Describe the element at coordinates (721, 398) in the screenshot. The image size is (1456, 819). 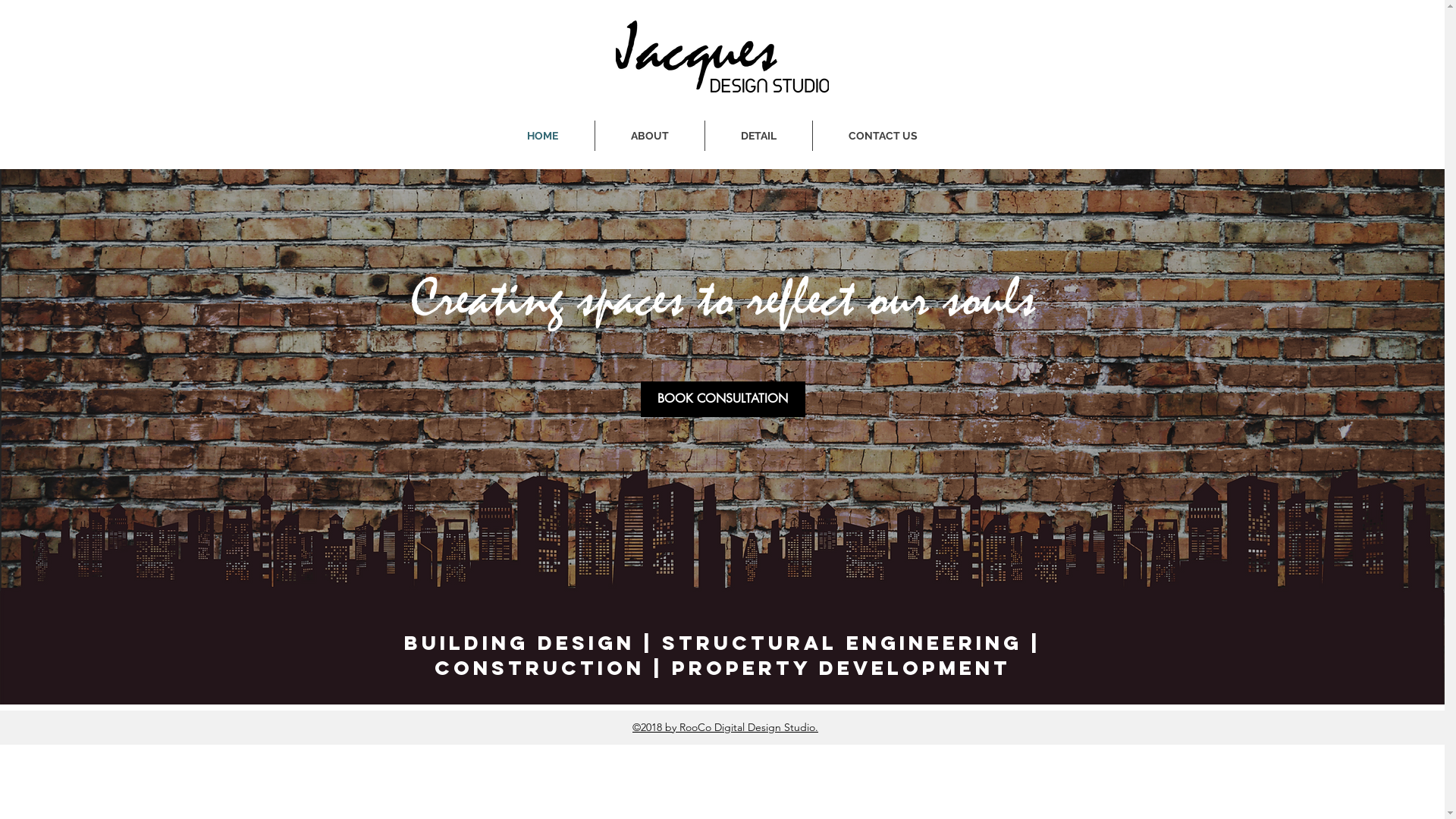
I see `'BOOK CONSULTATION'` at that location.